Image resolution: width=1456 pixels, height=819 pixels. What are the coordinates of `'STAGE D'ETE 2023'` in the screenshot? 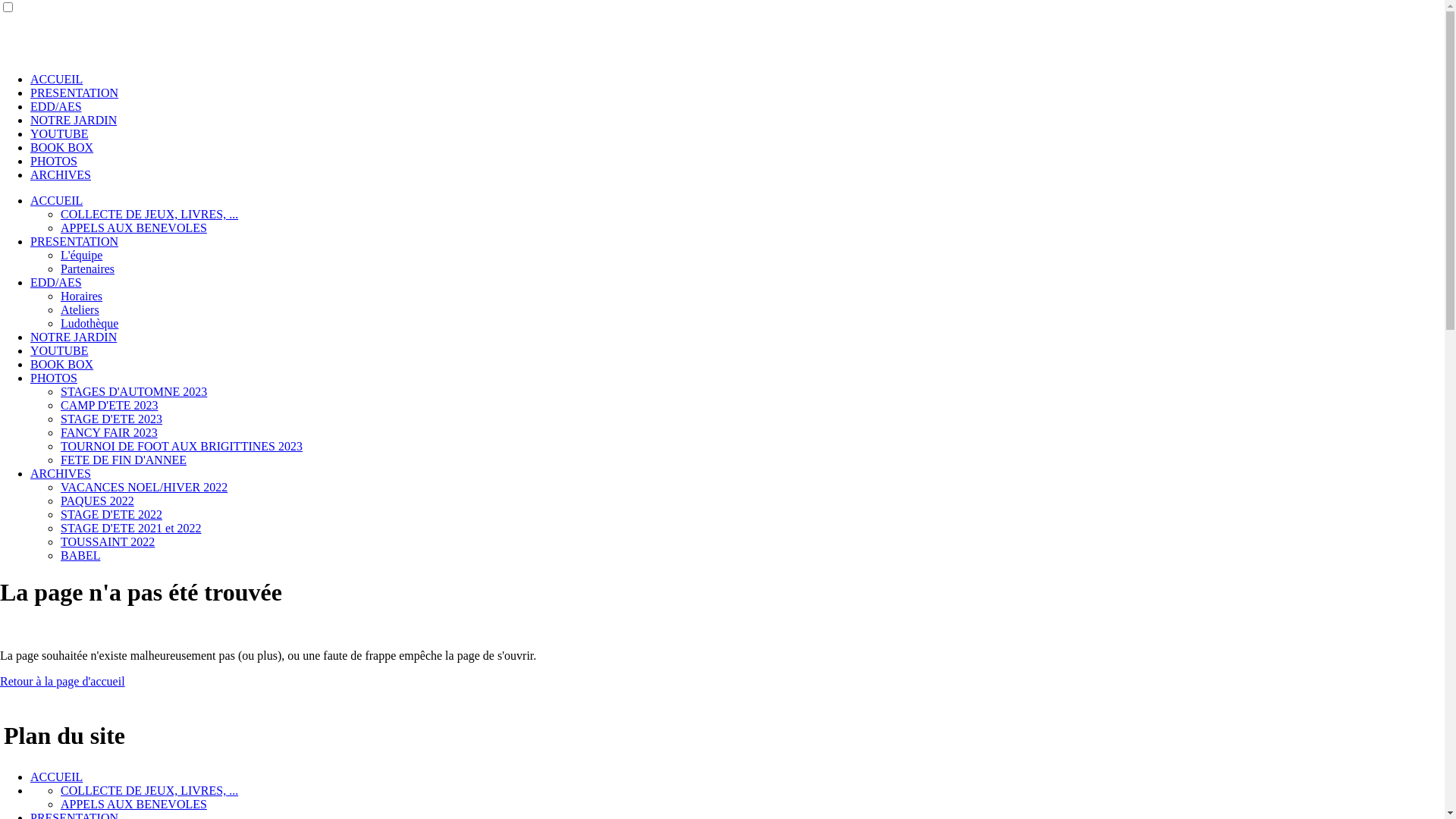 It's located at (111, 419).